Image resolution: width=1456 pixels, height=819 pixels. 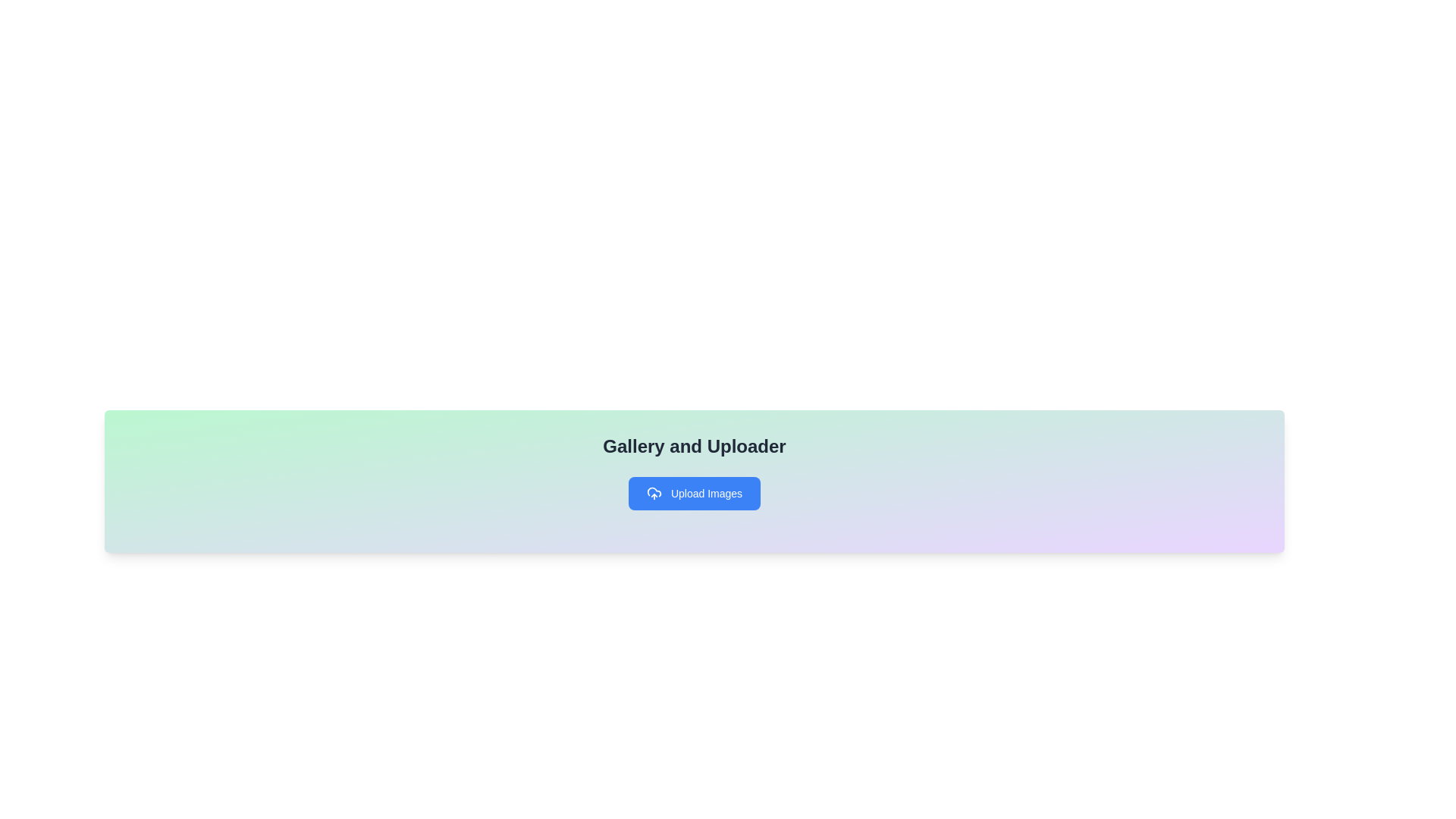 What do you see at coordinates (654, 494) in the screenshot?
I see `the cloud icon with an upward-pointing arrow inside the 'Upload Images' button, which is centrally located in the interface` at bounding box center [654, 494].